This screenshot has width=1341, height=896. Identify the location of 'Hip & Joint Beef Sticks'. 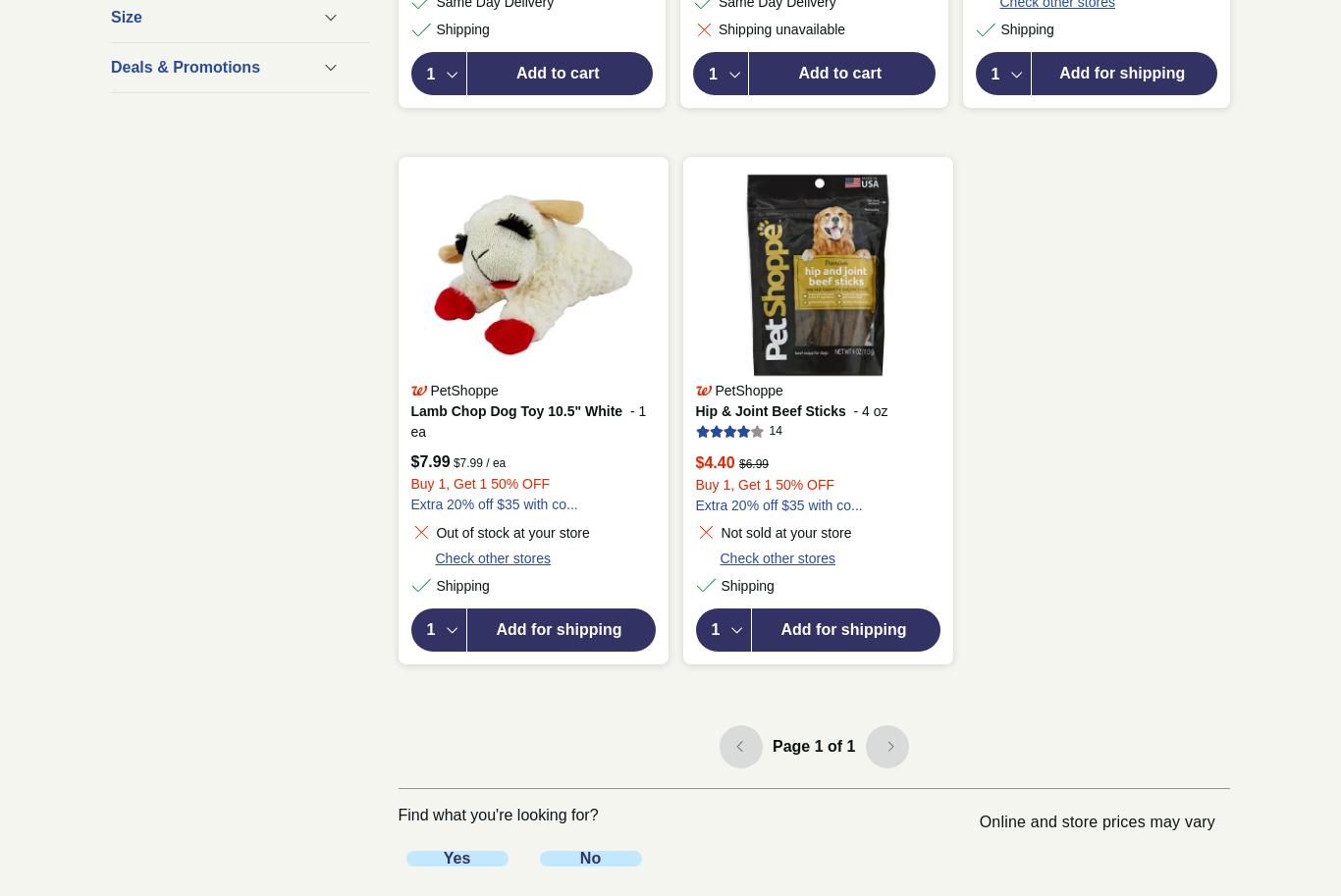
(770, 410).